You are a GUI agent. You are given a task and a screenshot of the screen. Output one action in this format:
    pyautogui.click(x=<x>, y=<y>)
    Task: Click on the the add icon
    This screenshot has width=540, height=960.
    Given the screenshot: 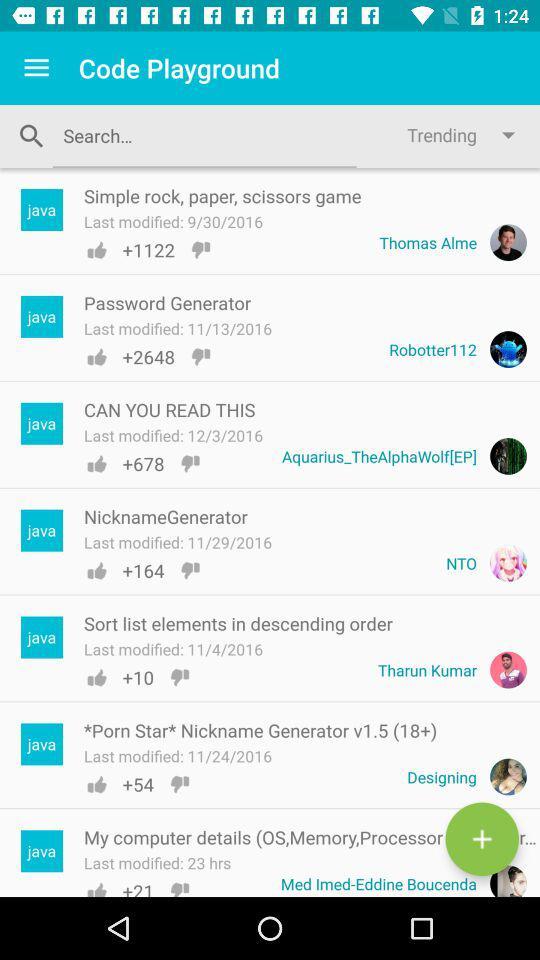 What is the action you would take?
    pyautogui.click(x=481, y=839)
    